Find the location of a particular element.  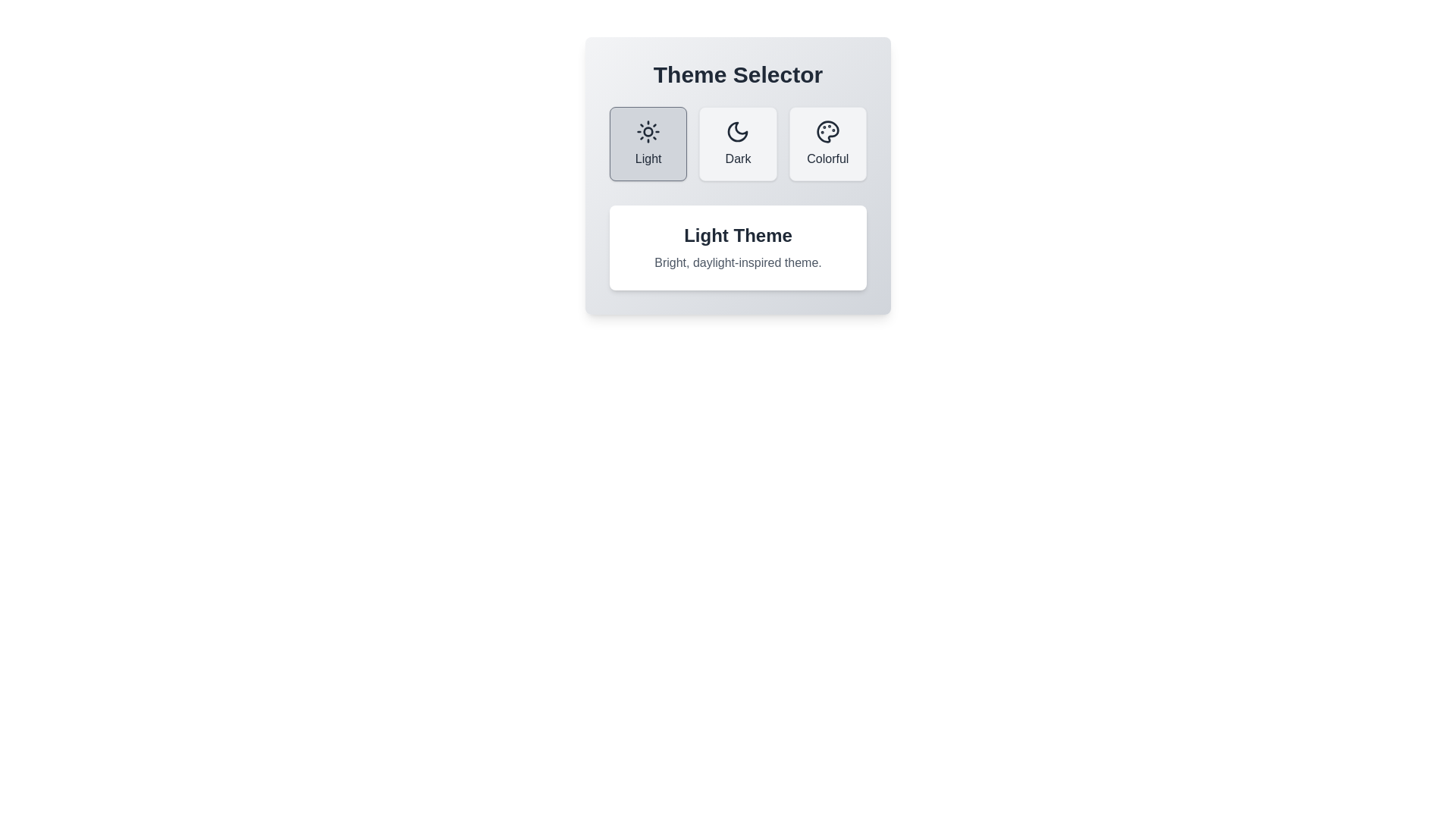

the 'Dark' text label located centrally in the 'Theme Selector' interface, which is positioned beneath a moon icon is located at coordinates (738, 158).